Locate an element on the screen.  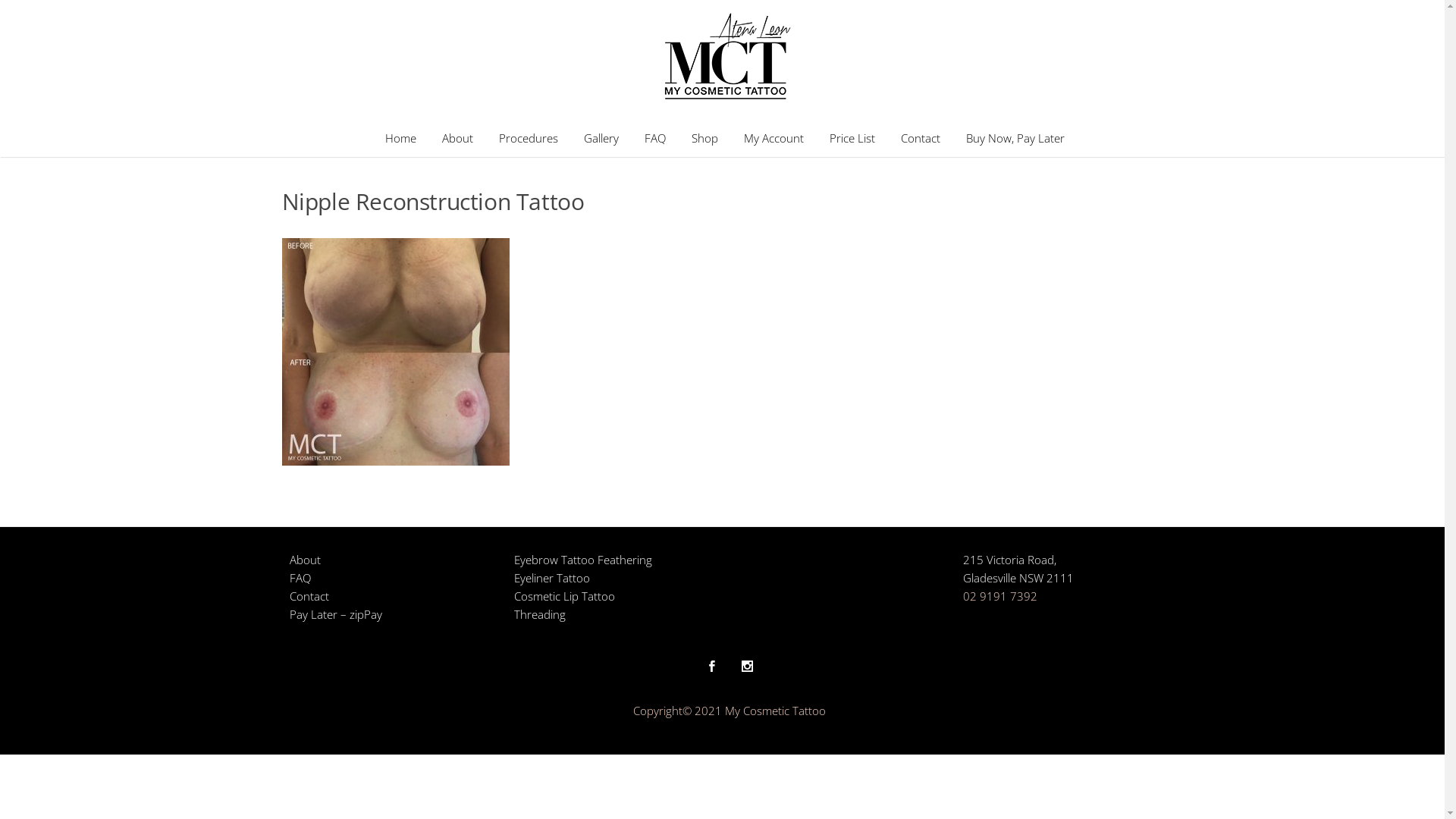
'Eyebrow Tattoo Feathering' is located at coordinates (582, 559).